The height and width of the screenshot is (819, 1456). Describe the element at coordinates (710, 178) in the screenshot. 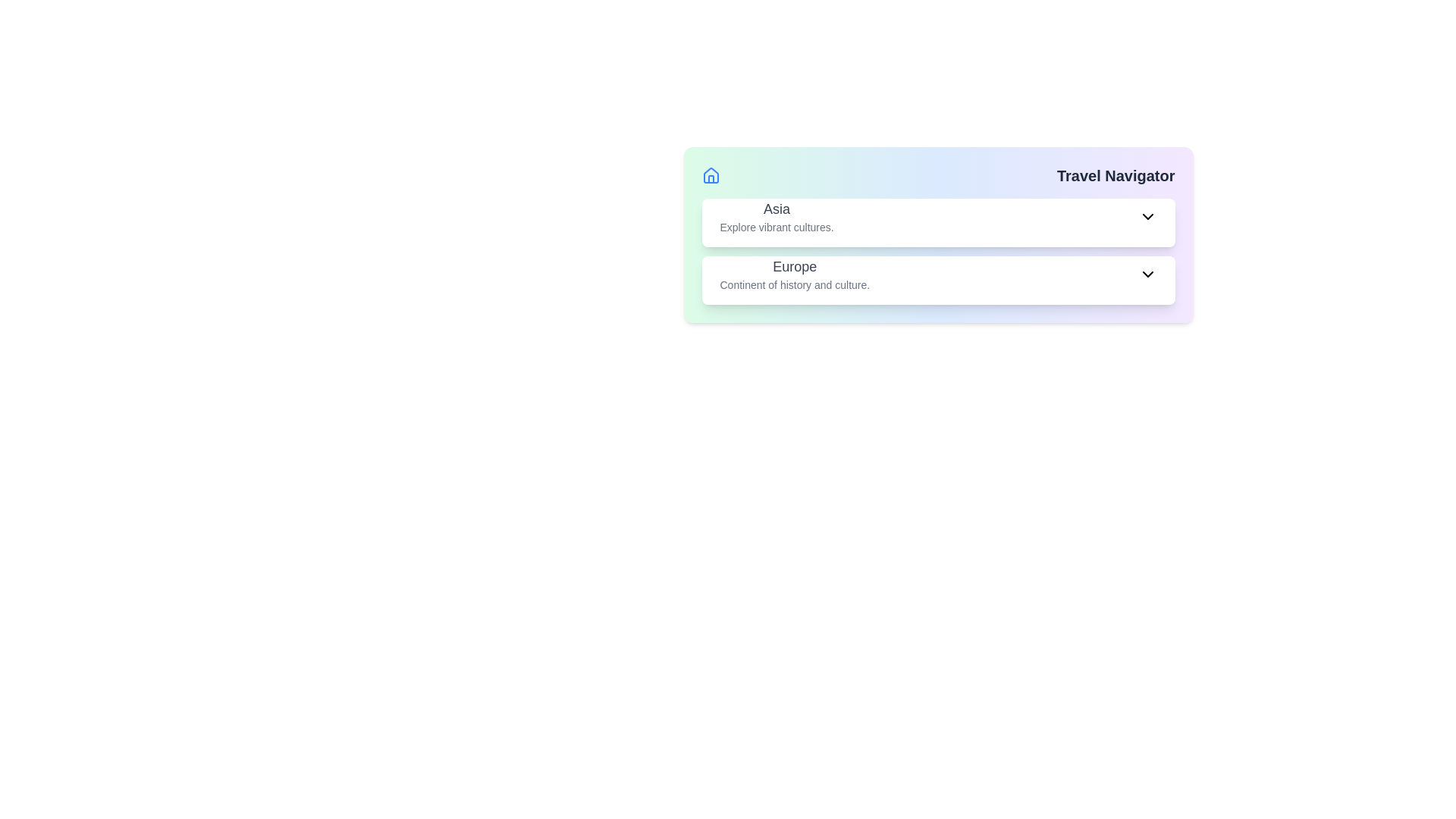

I see `the vertically elongated rectangle forming part of the house icon located at the top left corner of the card with a gradient background` at that location.